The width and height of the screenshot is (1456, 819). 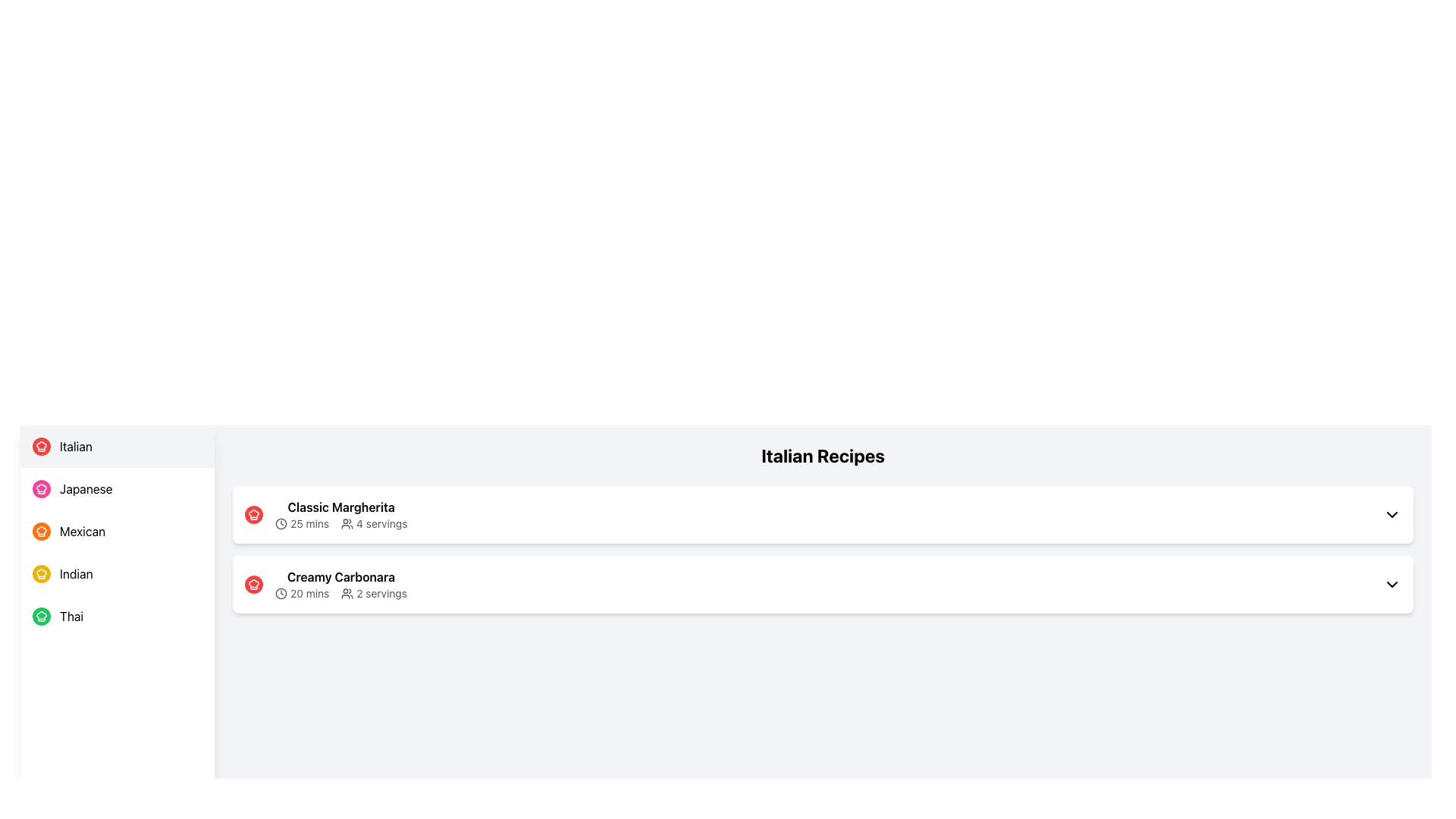 What do you see at coordinates (347, 593) in the screenshot?
I see `the SVG icon representing two user figures located to the left of the text '2 servings' in the second recipe entry titled 'Creamy Carbonara' under the 'Italian Recipes' section` at bounding box center [347, 593].